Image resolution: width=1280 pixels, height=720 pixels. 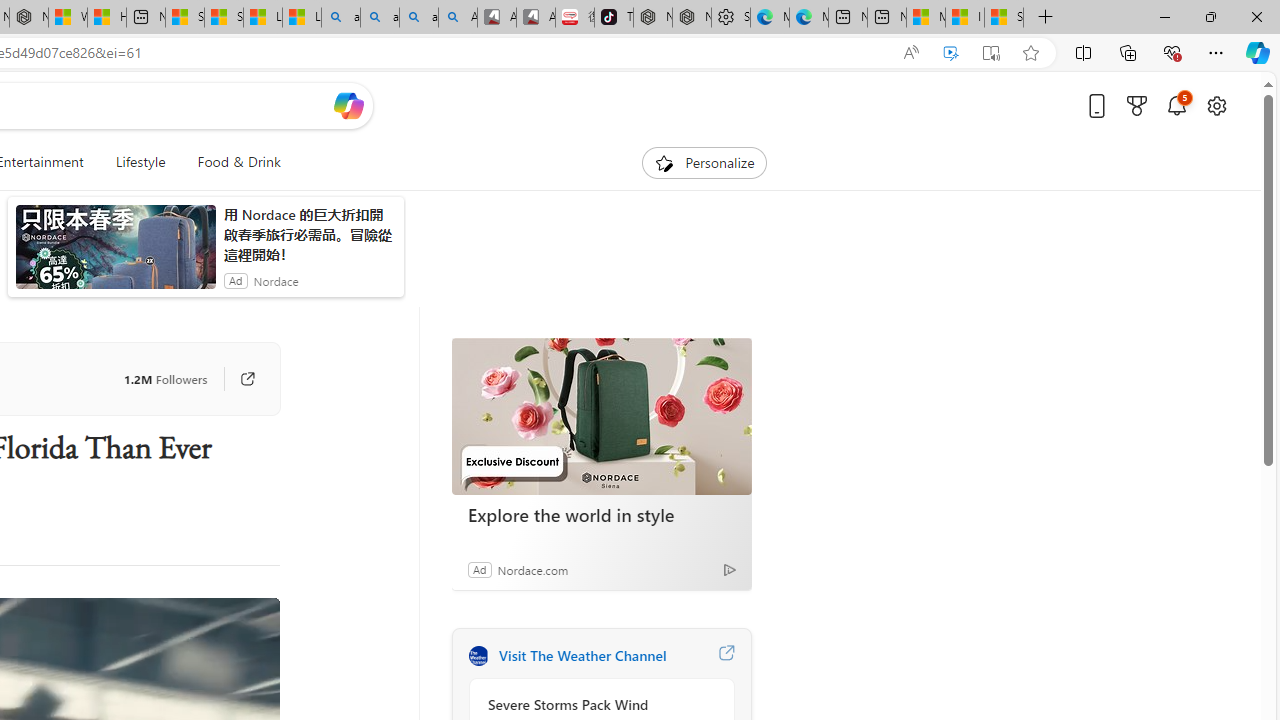 What do you see at coordinates (728, 569) in the screenshot?
I see `'Ad Choice'` at bounding box center [728, 569].